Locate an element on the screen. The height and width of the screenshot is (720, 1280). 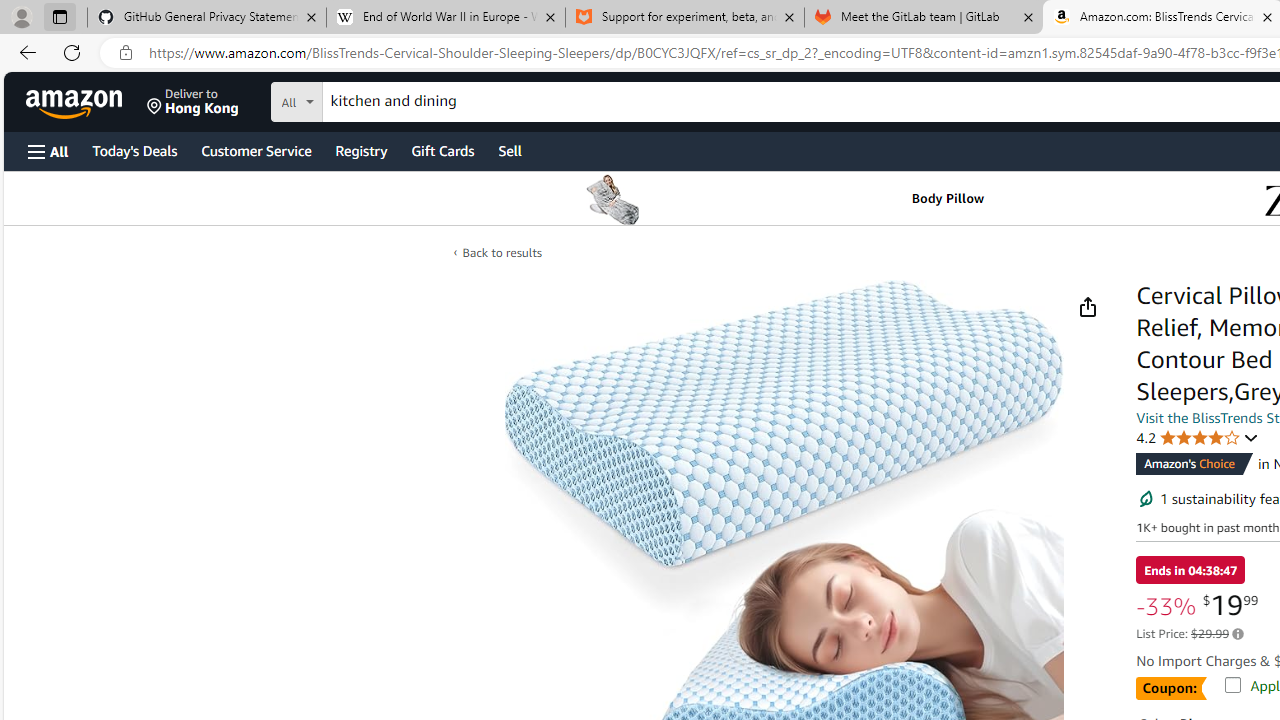
'End of World War II in Europe - Wikipedia' is located at coordinates (444, 17).